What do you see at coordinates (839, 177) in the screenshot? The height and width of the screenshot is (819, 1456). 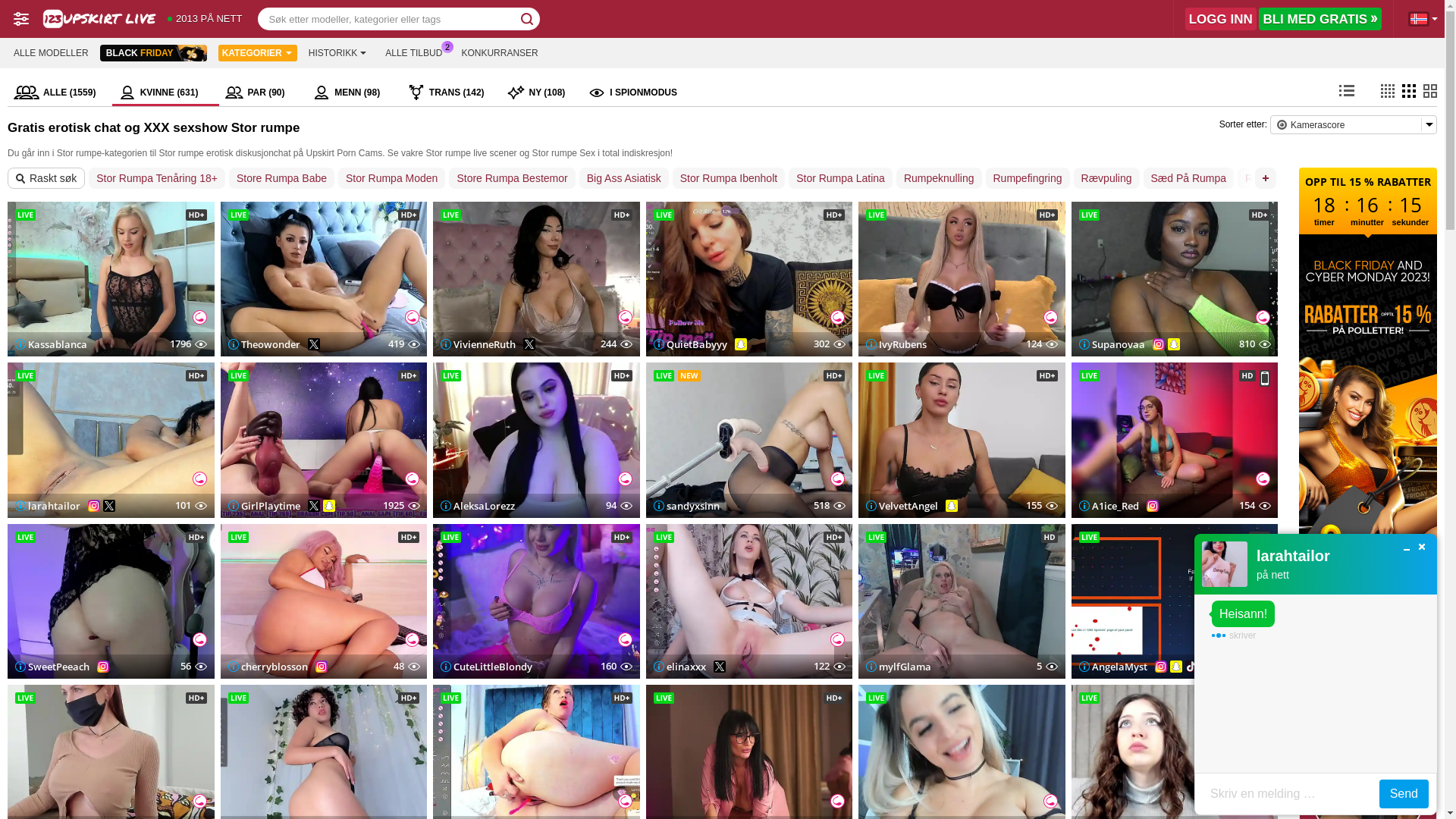 I see `'Stor Rumpa Latina'` at bounding box center [839, 177].